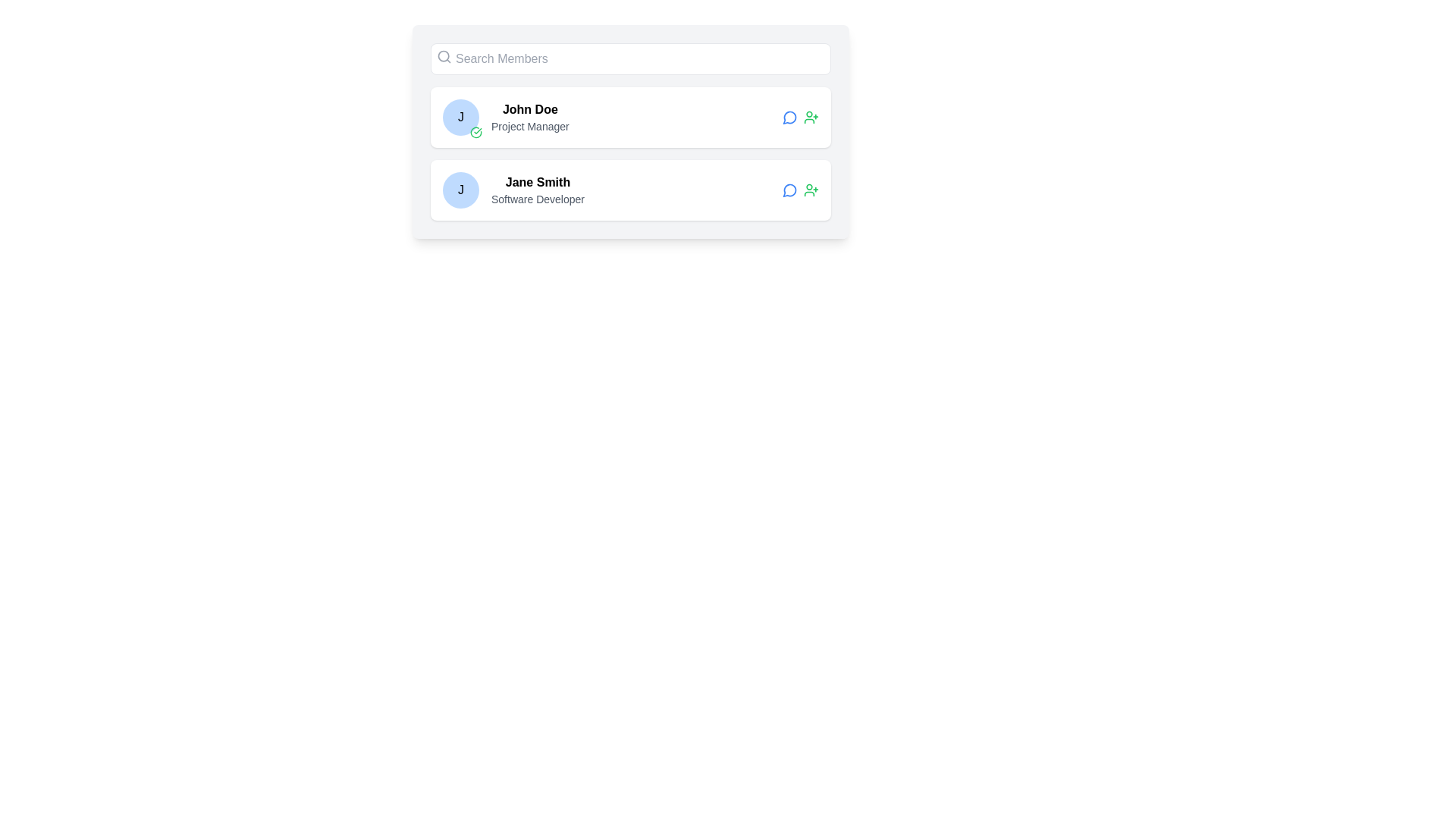  What do you see at coordinates (538, 198) in the screenshot?
I see `the static text displaying 'Software Developer' associated with 'Jane Smith', which is positioned directly below 'Jane Smith' and aligned to the left within the second user list entry` at bounding box center [538, 198].